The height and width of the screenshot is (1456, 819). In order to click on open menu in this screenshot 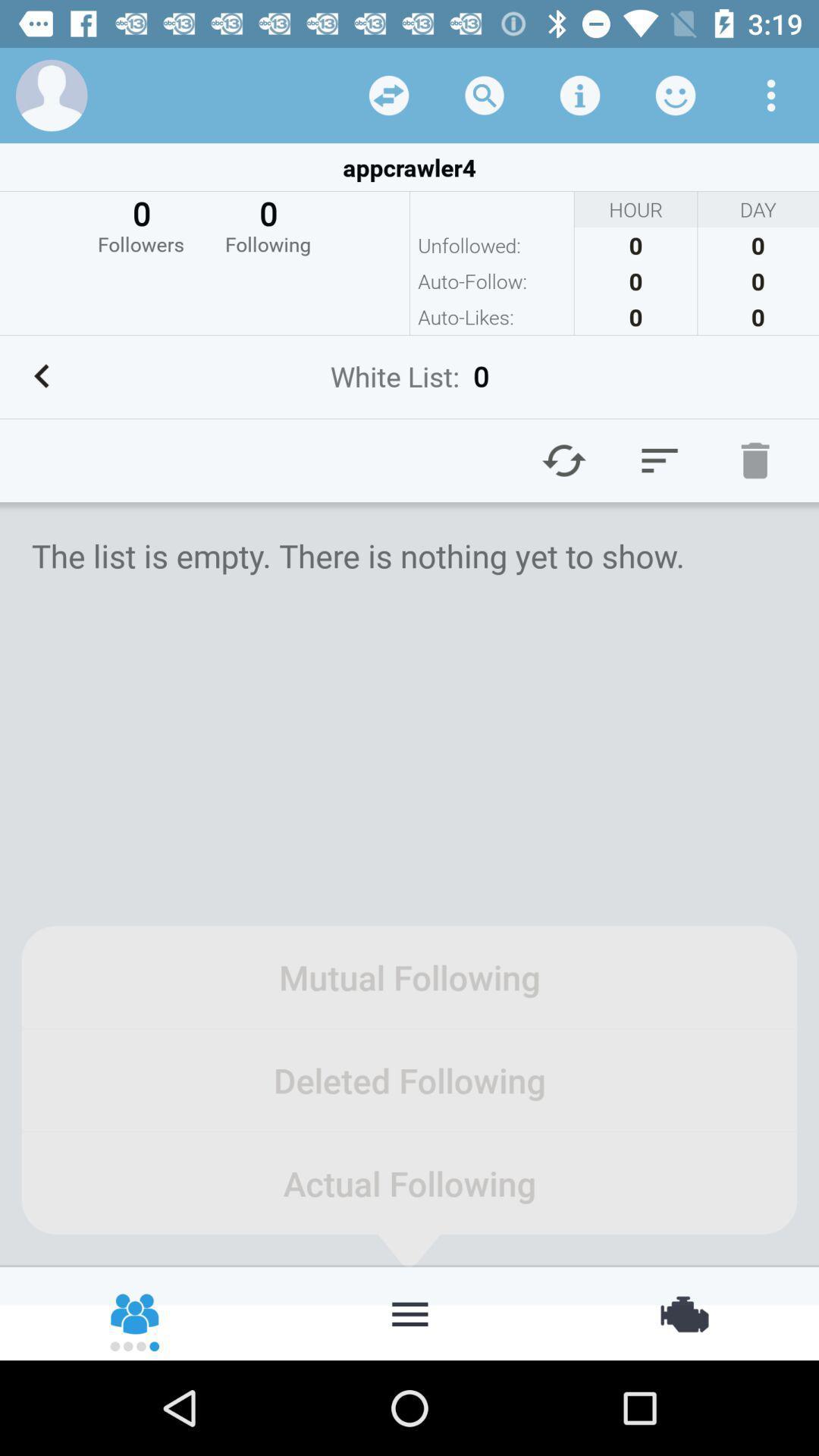, I will do `click(409, 1312)`.